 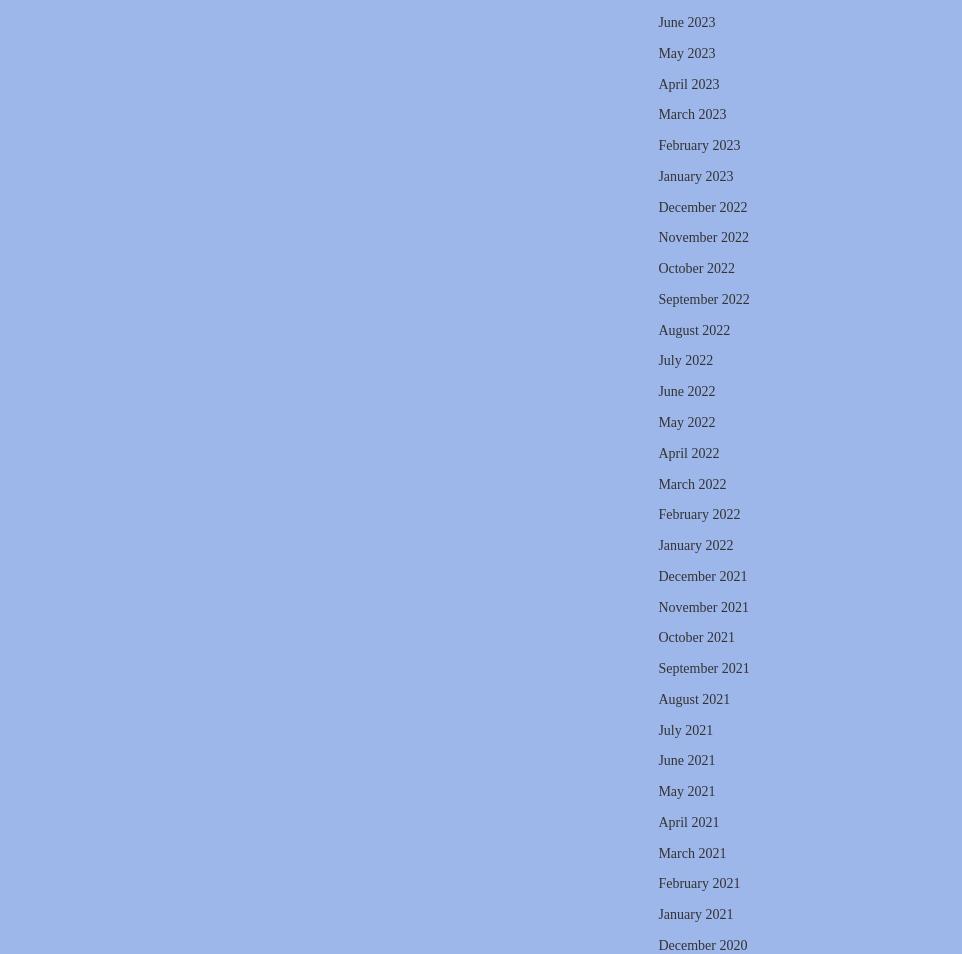 What do you see at coordinates (695, 268) in the screenshot?
I see `'October 2022'` at bounding box center [695, 268].